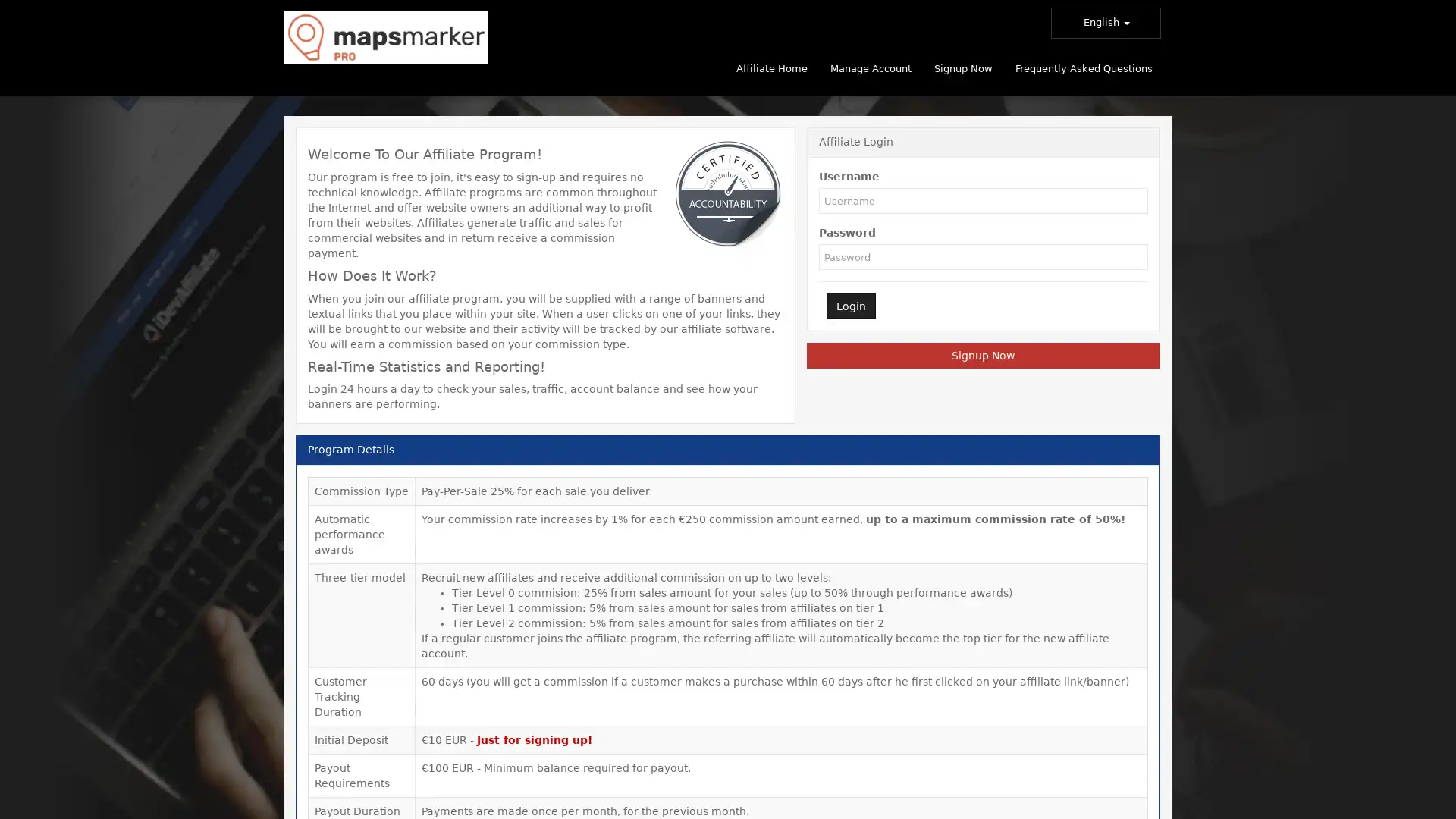 The width and height of the screenshot is (1456, 819). What do you see at coordinates (850, 306) in the screenshot?
I see `Login` at bounding box center [850, 306].